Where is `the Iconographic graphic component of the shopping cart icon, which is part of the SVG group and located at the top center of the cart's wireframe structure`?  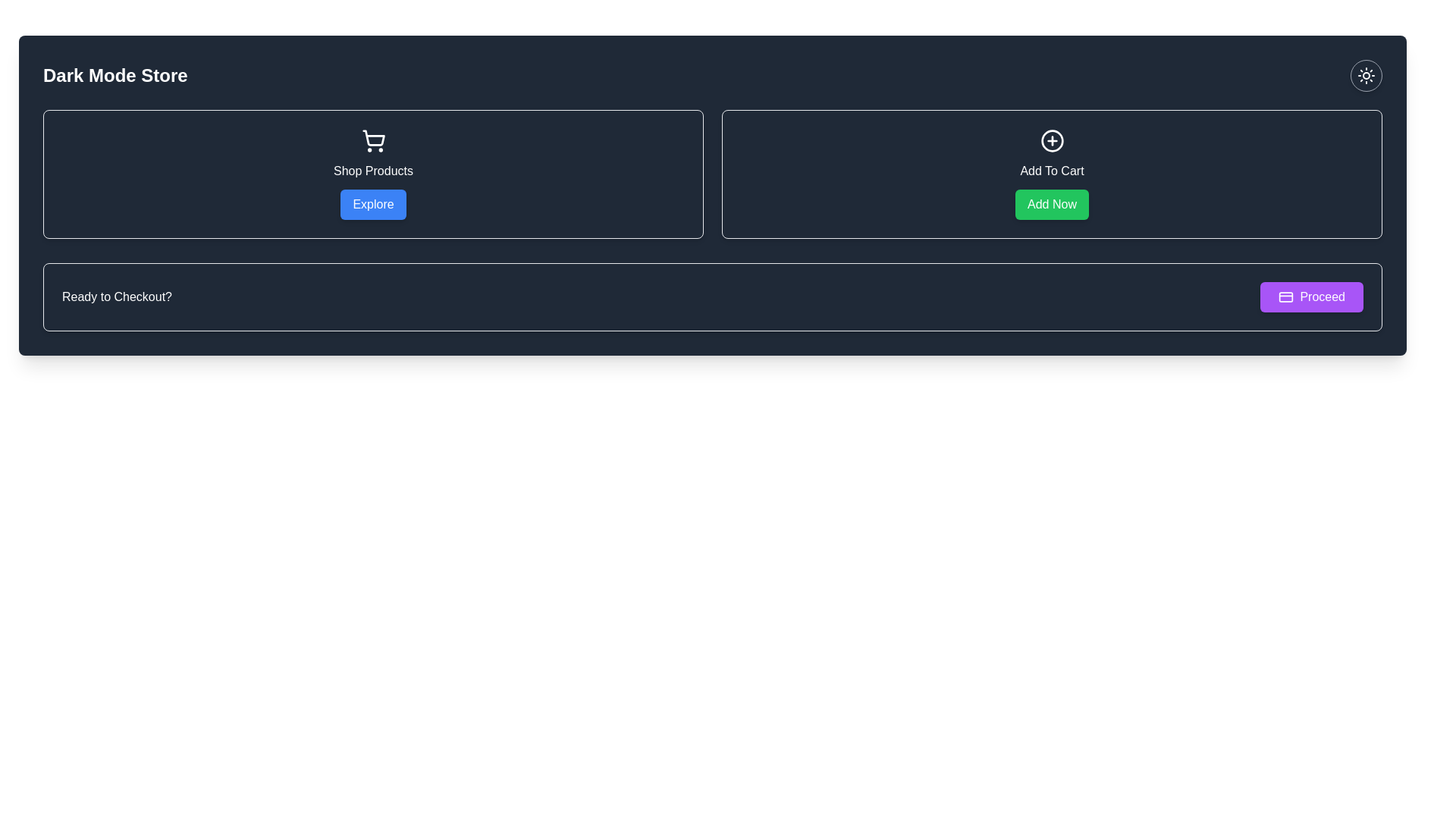
the Iconographic graphic component of the shopping cart icon, which is part of the SVG group and located at the top center of the cart's wireframe structure is located at coordinates (373, 138).